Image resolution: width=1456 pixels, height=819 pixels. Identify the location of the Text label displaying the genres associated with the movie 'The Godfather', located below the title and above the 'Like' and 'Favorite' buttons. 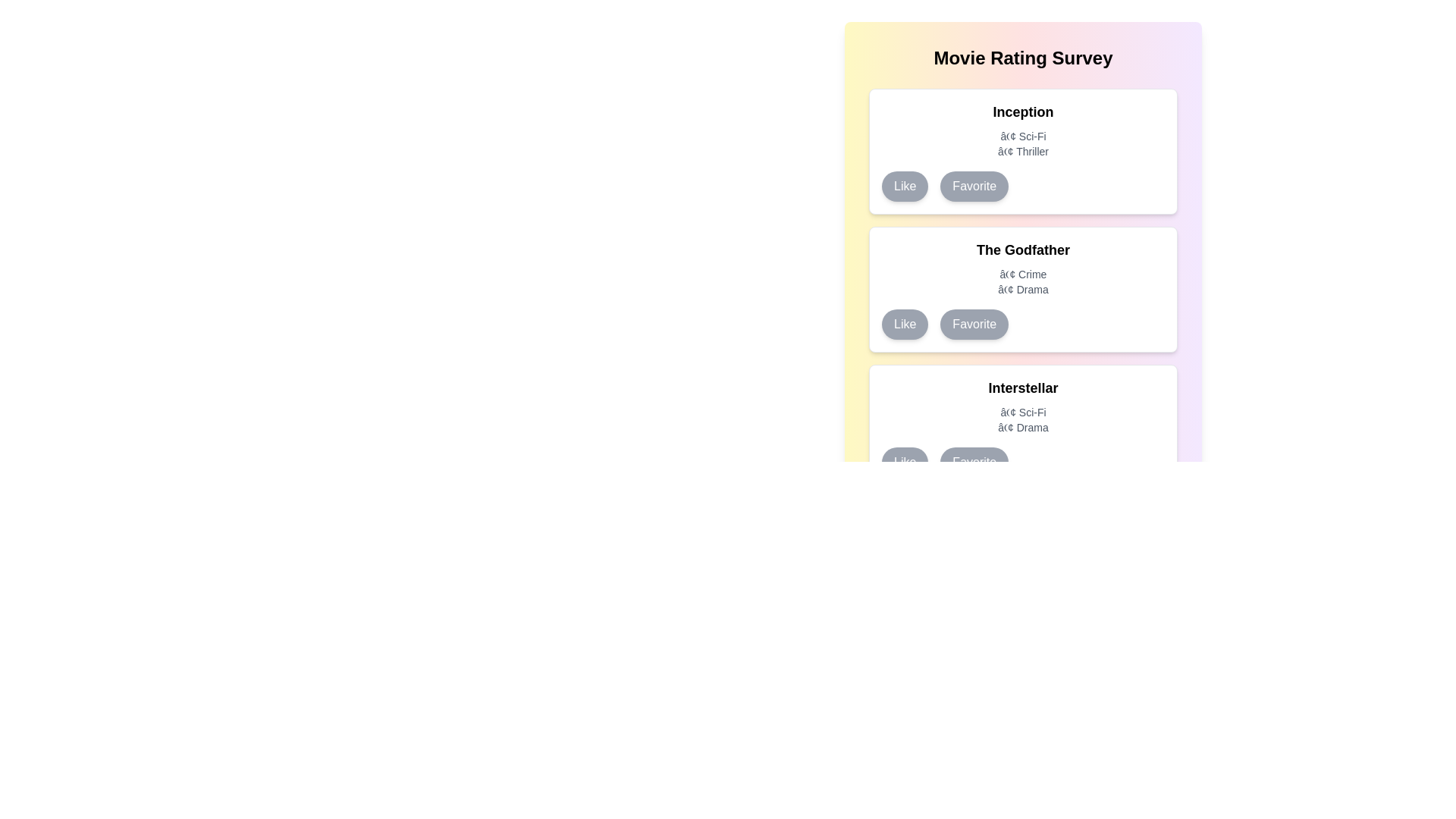
(1023, 281).